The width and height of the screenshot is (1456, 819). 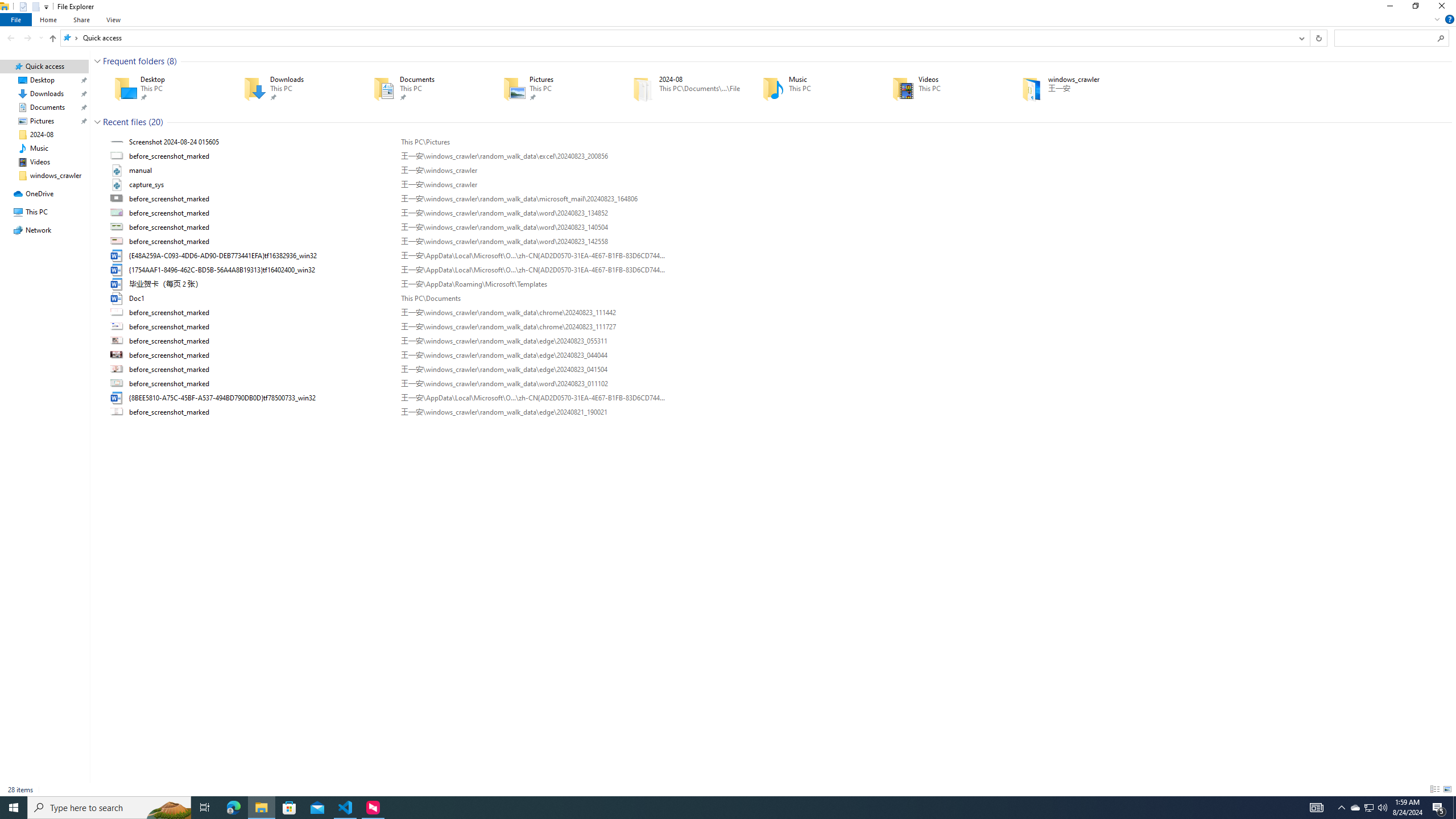 What do you see at coordinates (1449, 18) in the screenshot?
I see `'Help'` at bounding box center [1449, 18].